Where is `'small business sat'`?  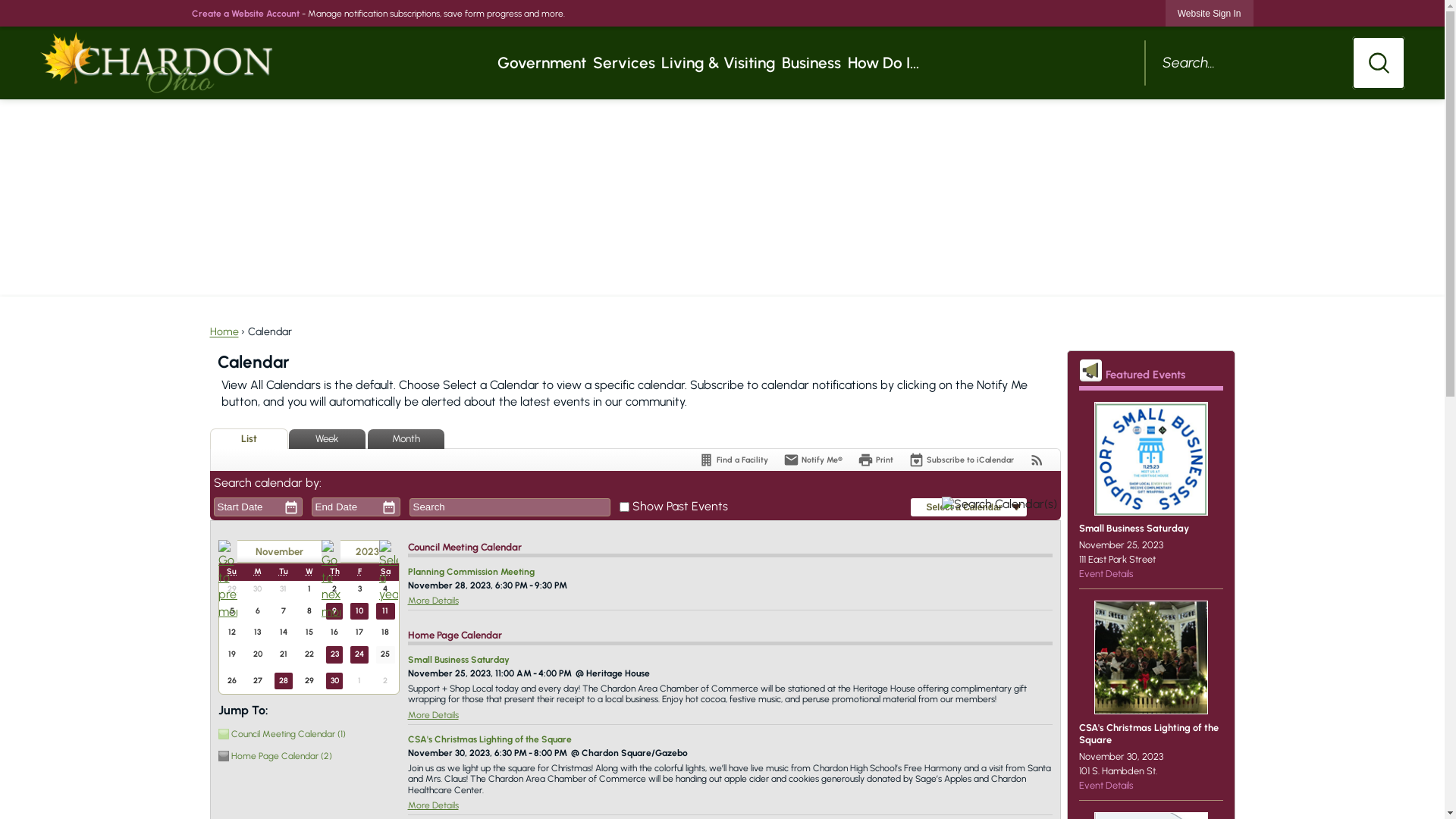 'small business sat' is located at coordinates (1150, 458).